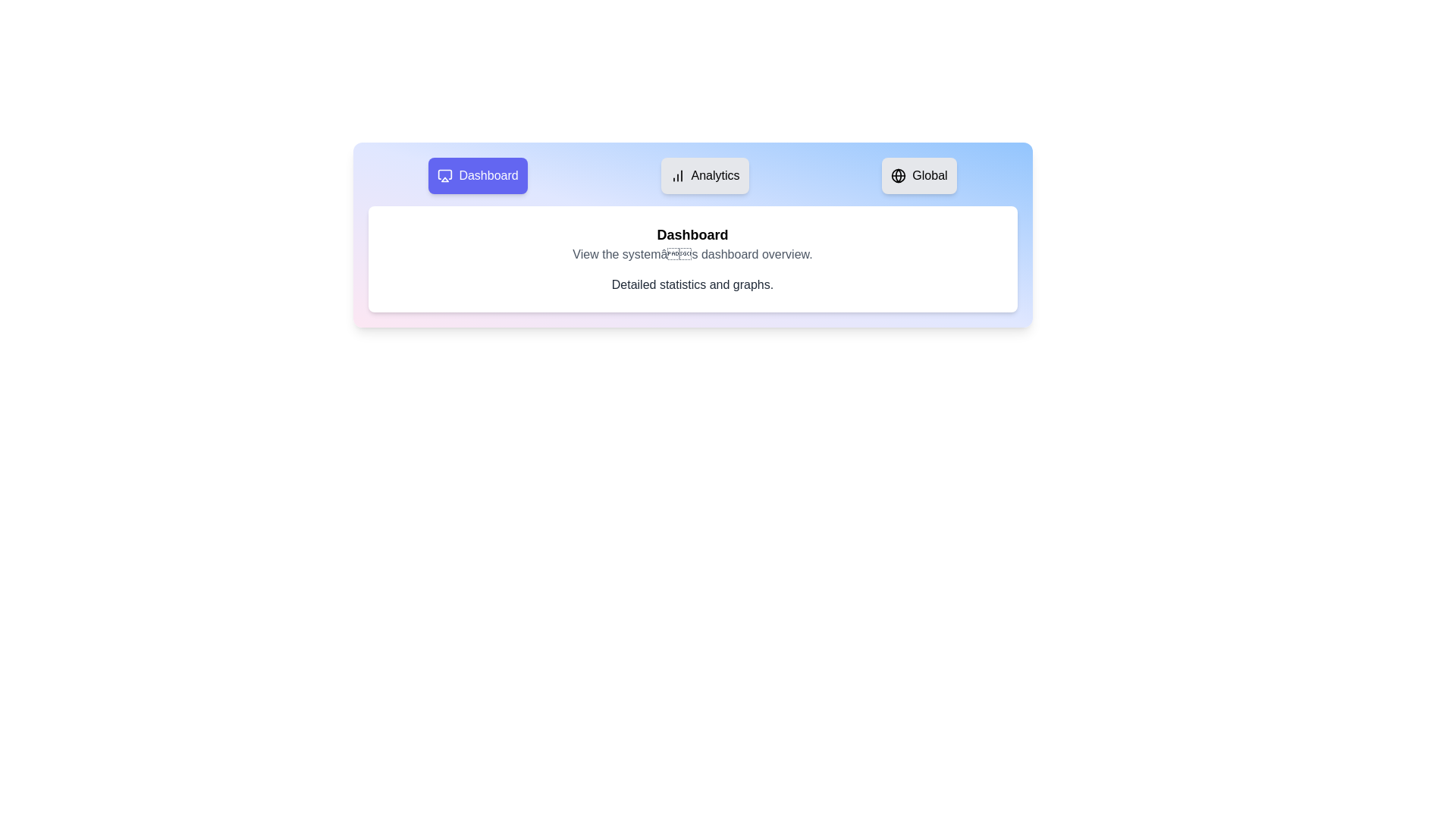 The image size is (1456, 819). Describe the element at coordinates (918, 174) in the screenshot. I see `the Global tab` at that location.